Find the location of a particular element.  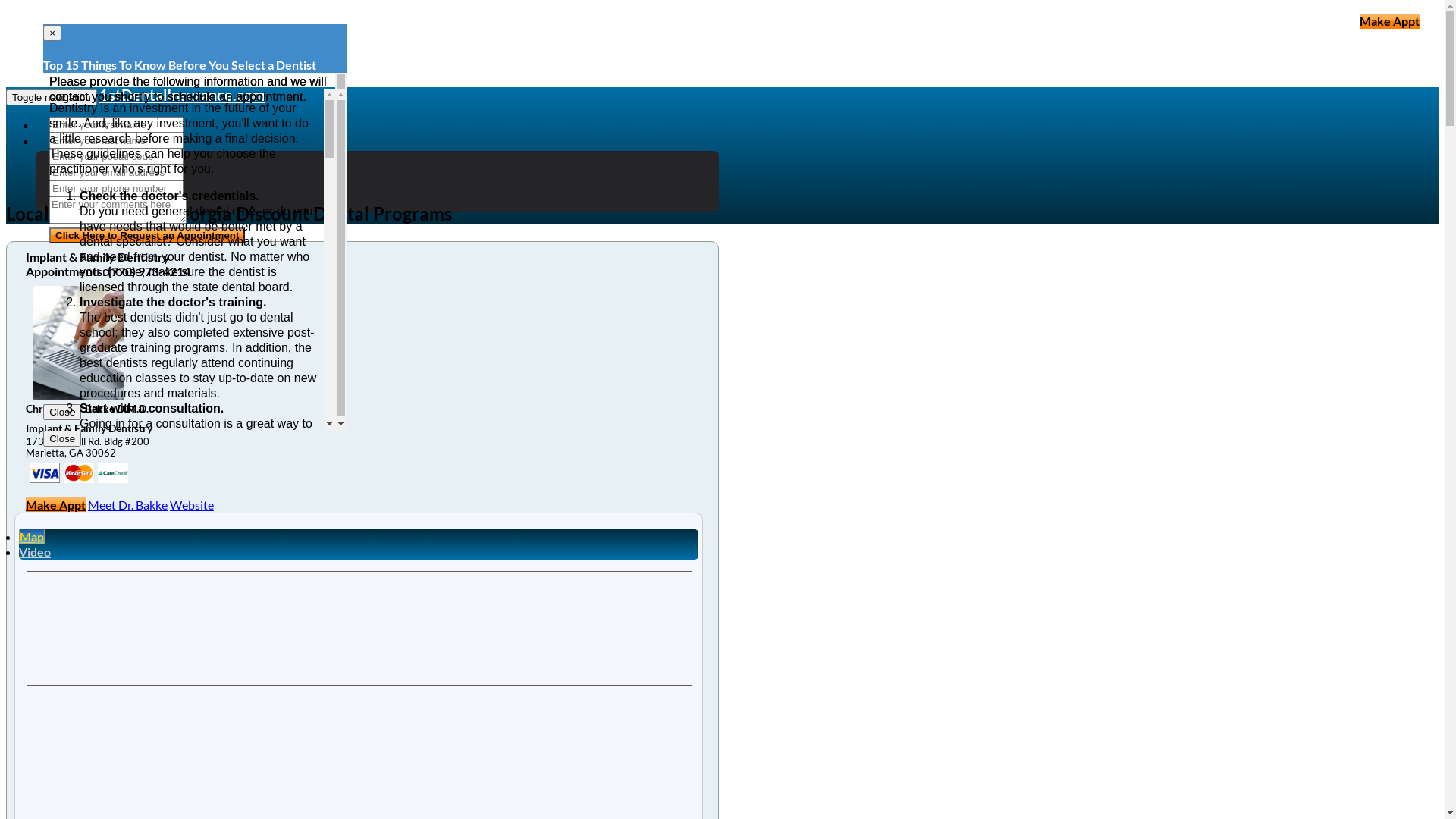

'Video' is located at coordinates (35, 551).